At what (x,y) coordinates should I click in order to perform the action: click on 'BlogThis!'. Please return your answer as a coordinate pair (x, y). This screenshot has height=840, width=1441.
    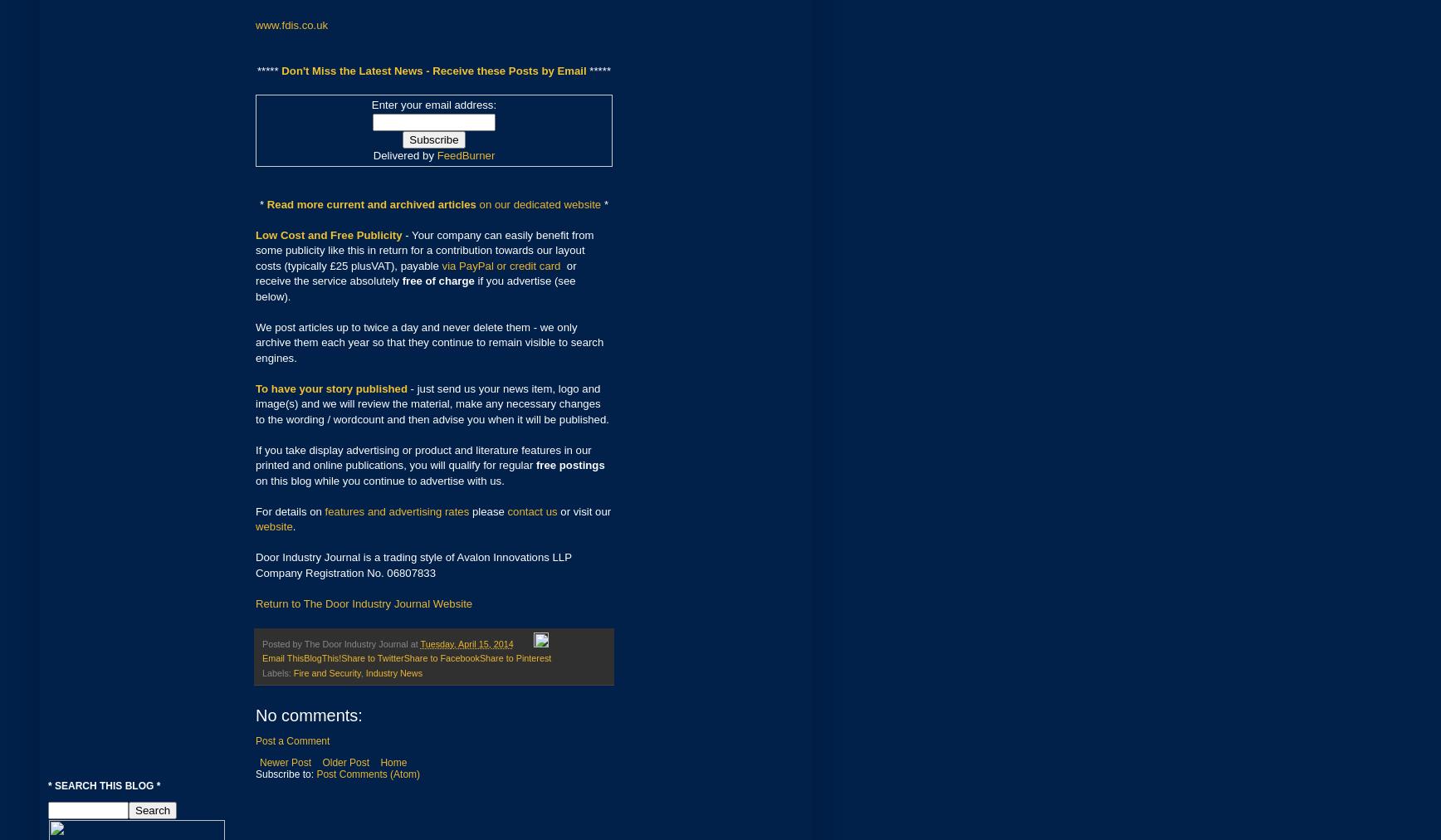
    Looking at the image, I should click on (322, 657).